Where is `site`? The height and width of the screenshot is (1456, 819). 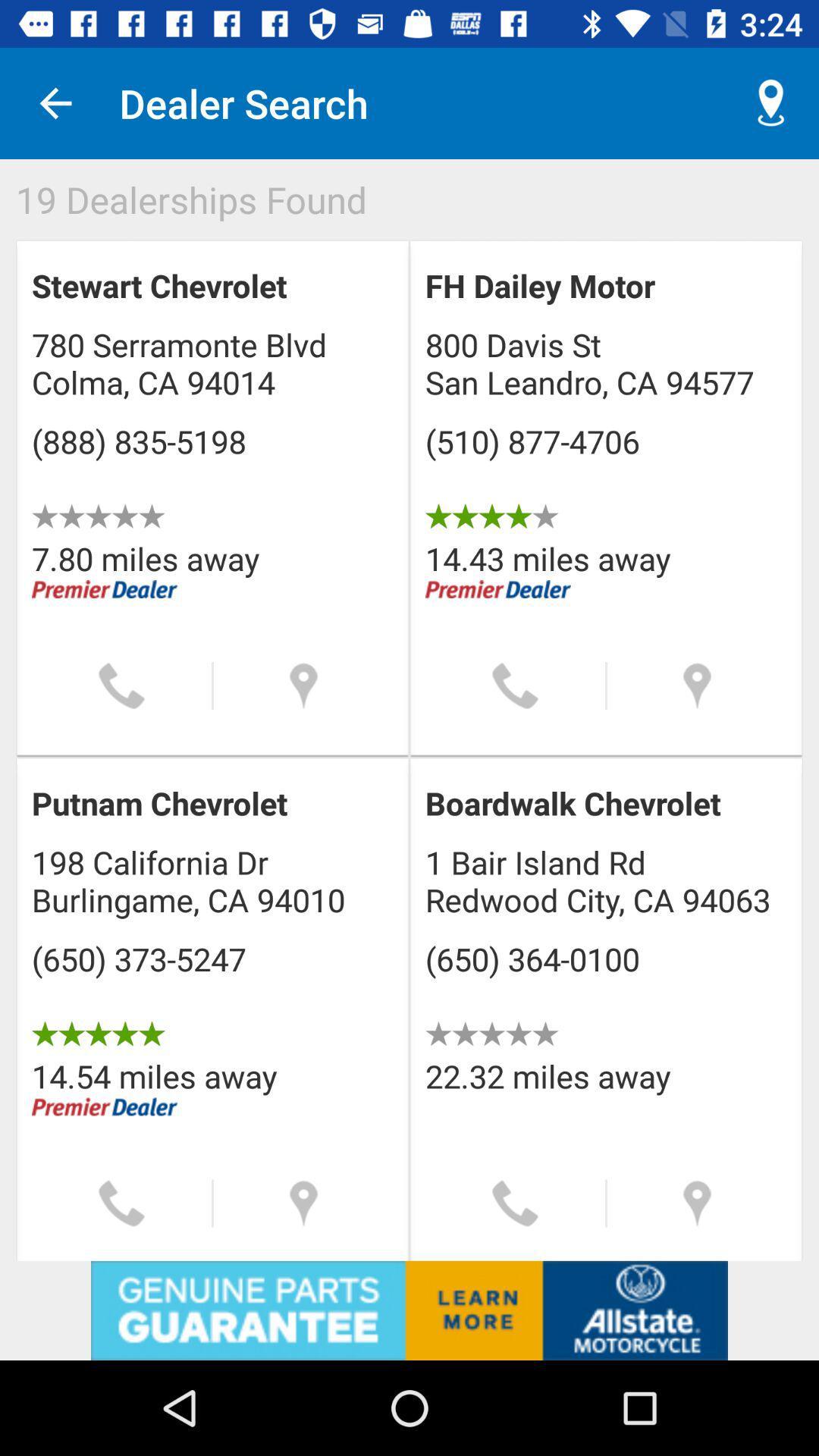
site is located at coordinates (409, 1310).